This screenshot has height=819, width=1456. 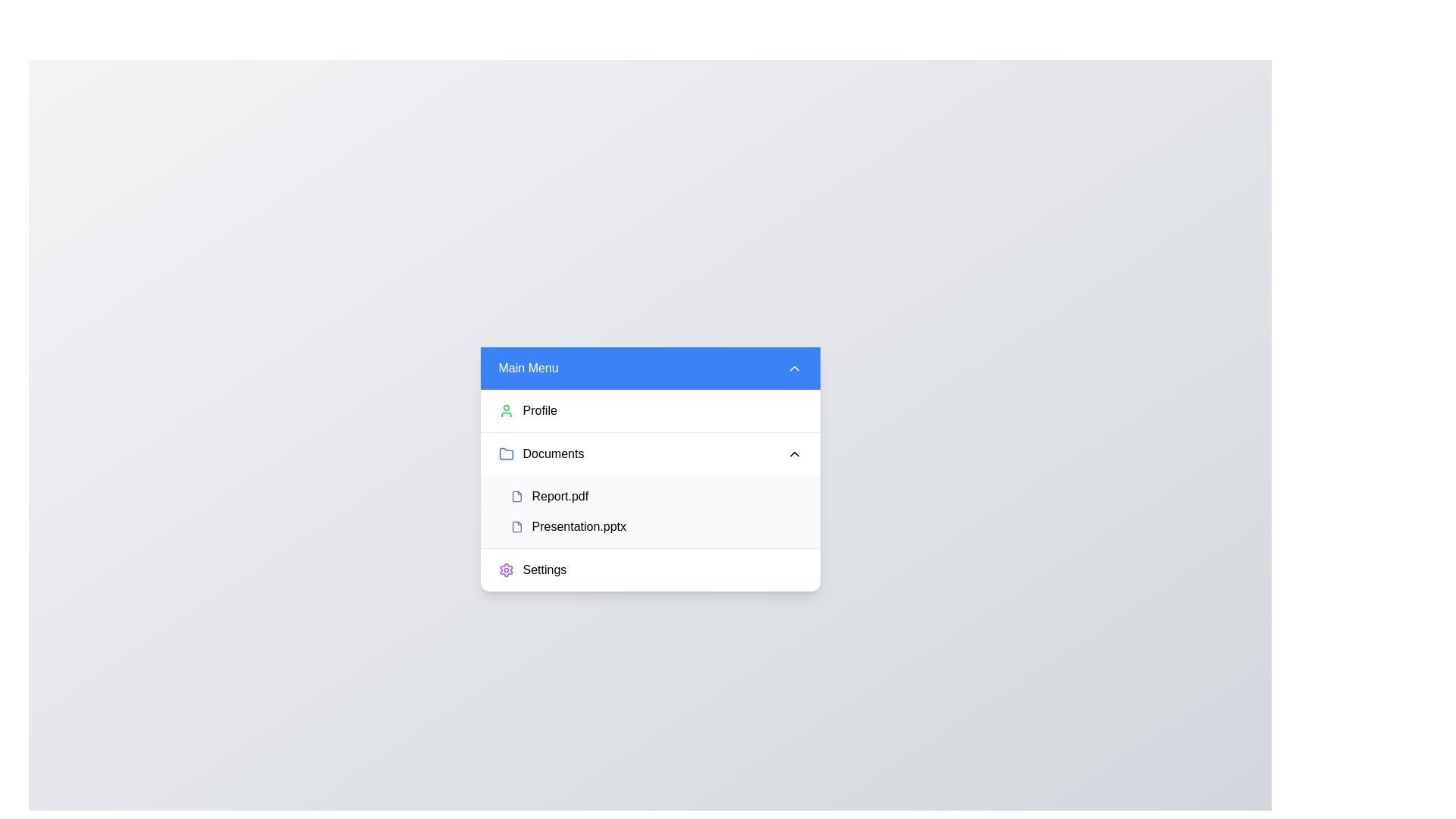 What do you see at coordinates (506, 570) in the screenshot?
I see `the 'Settings' icon, which is the leftmost component in the 'Settings' row of the menu located in the lower section of the interface` at bounding box center [506, 570].